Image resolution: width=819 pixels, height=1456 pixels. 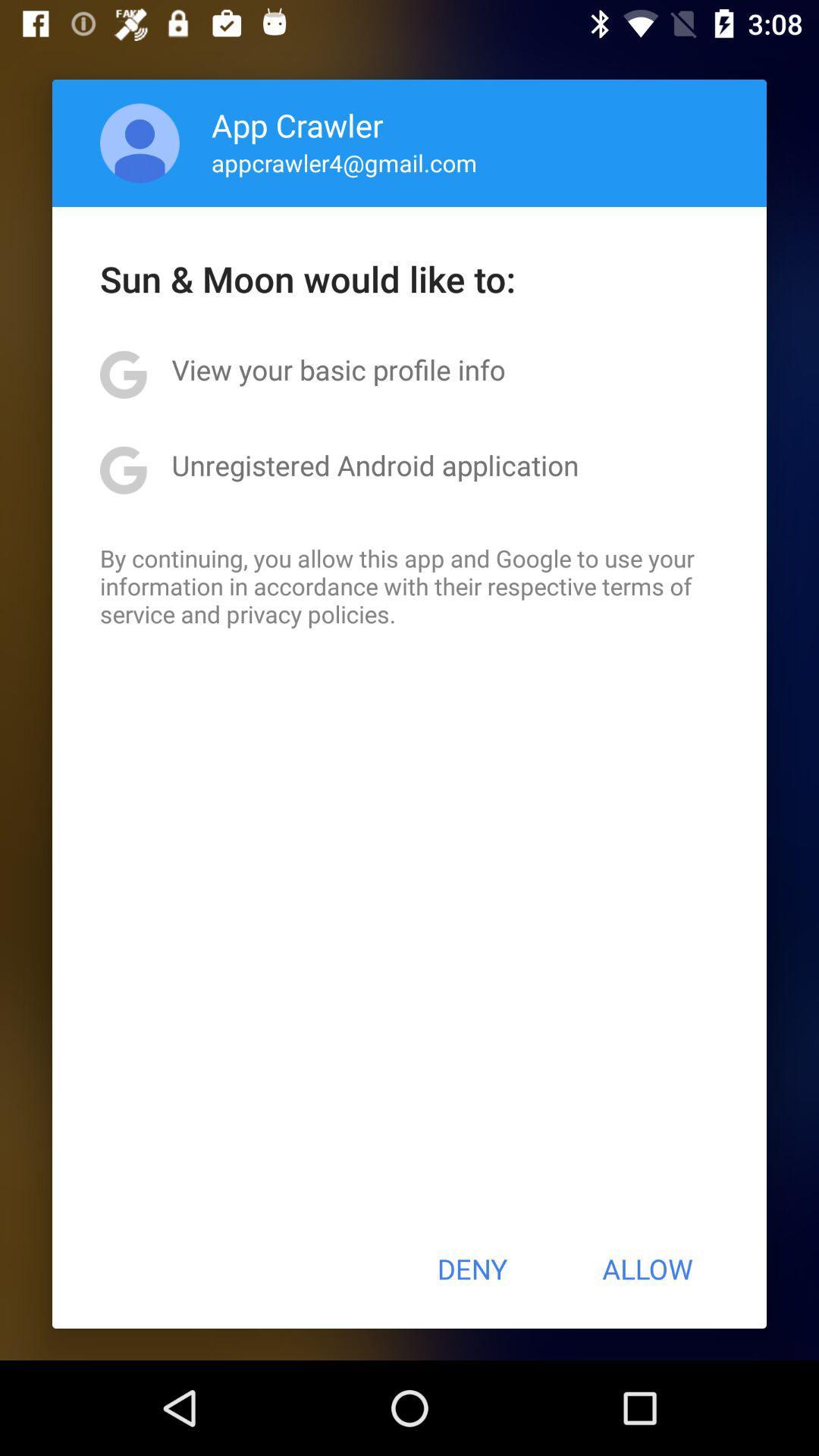 What do you see at coordinates (297, 124) in the screenshot?
I see `the icon above appcrawler4@gmail.com` at bounding box center [297, 124].